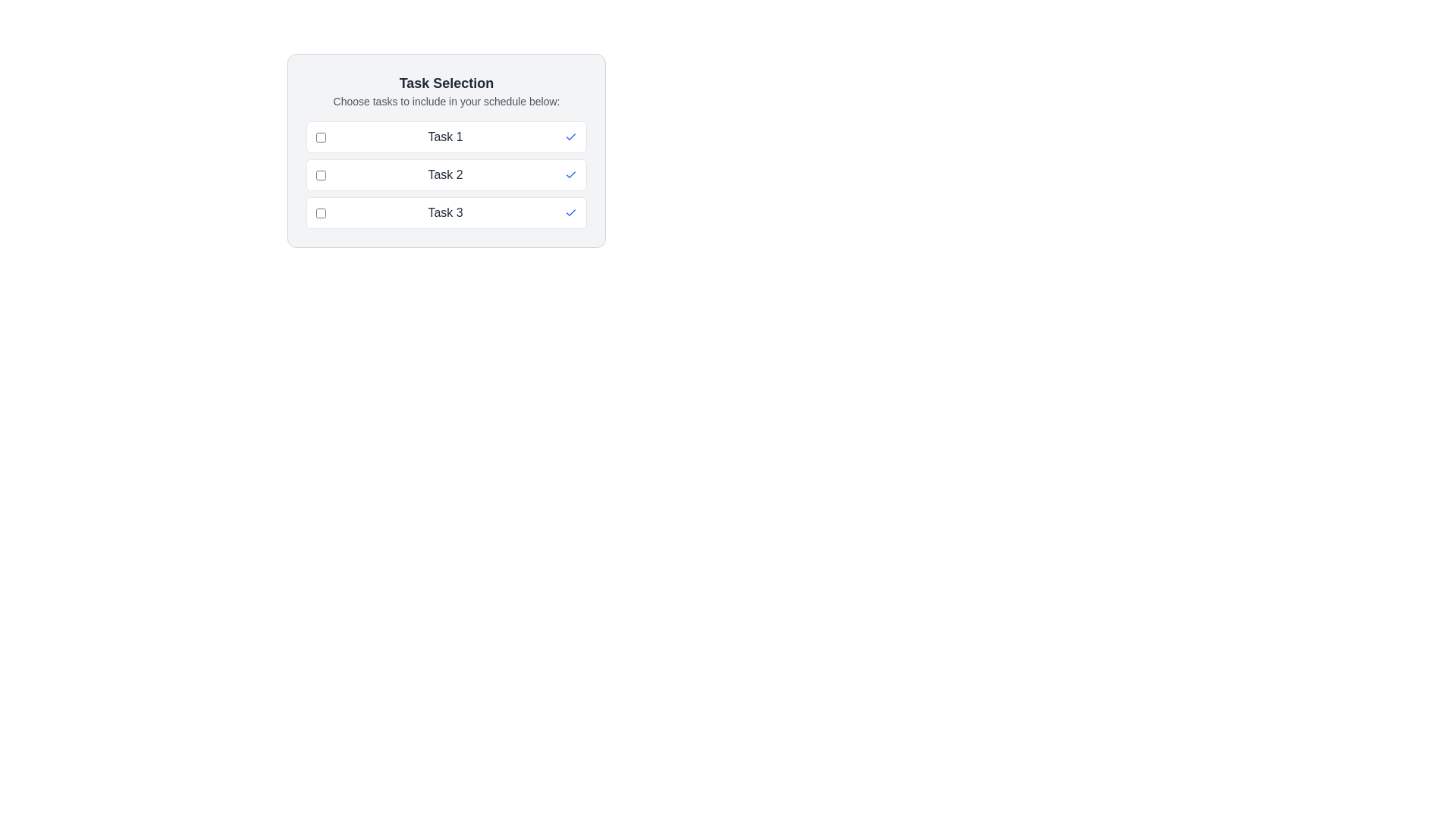 This screenshot has width=1456, height=819. I want to click on task name from the list of selectable items located in the middle section of the card titled 'Task Selection', so click(446, 174).